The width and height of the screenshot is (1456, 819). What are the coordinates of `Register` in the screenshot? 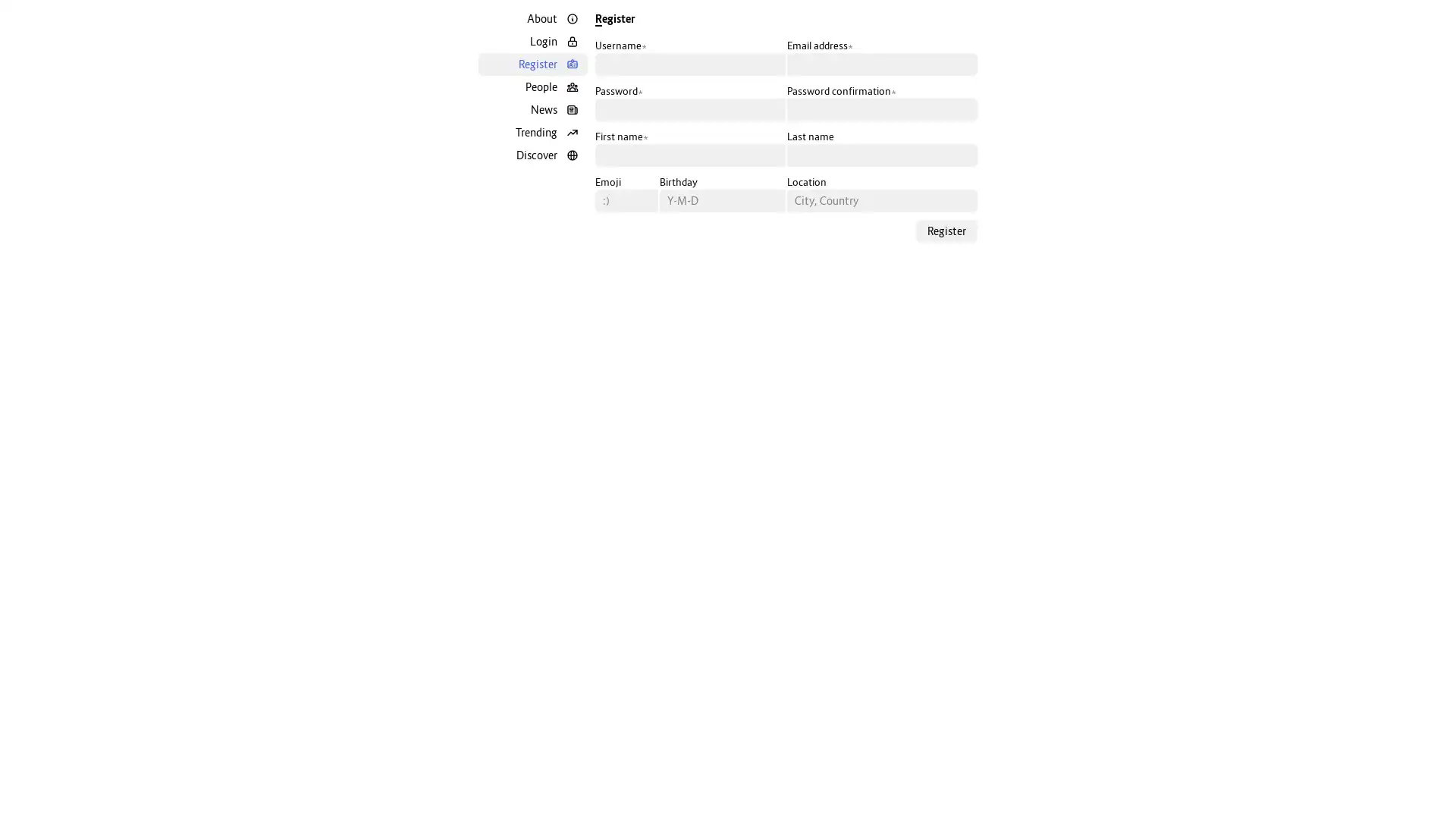 It's located at (946, 231).